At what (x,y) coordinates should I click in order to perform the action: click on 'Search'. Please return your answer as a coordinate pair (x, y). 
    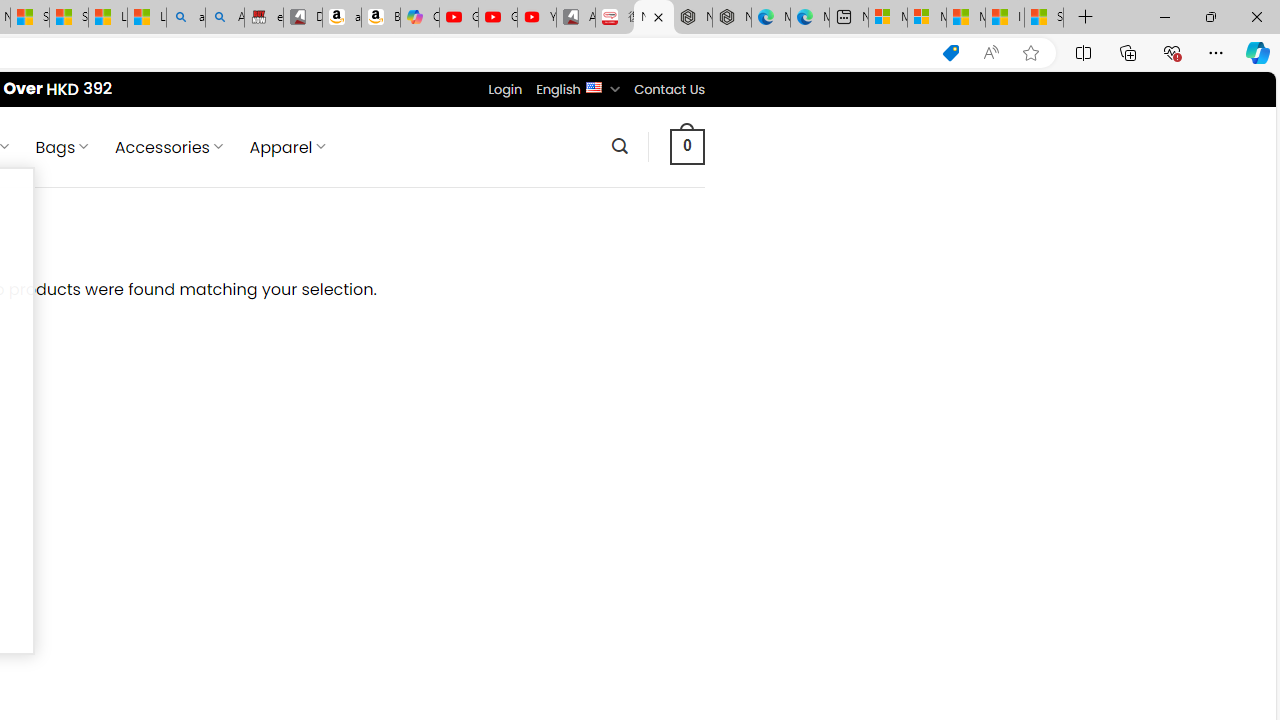
    Looking at the image, I should click on (618, 145).